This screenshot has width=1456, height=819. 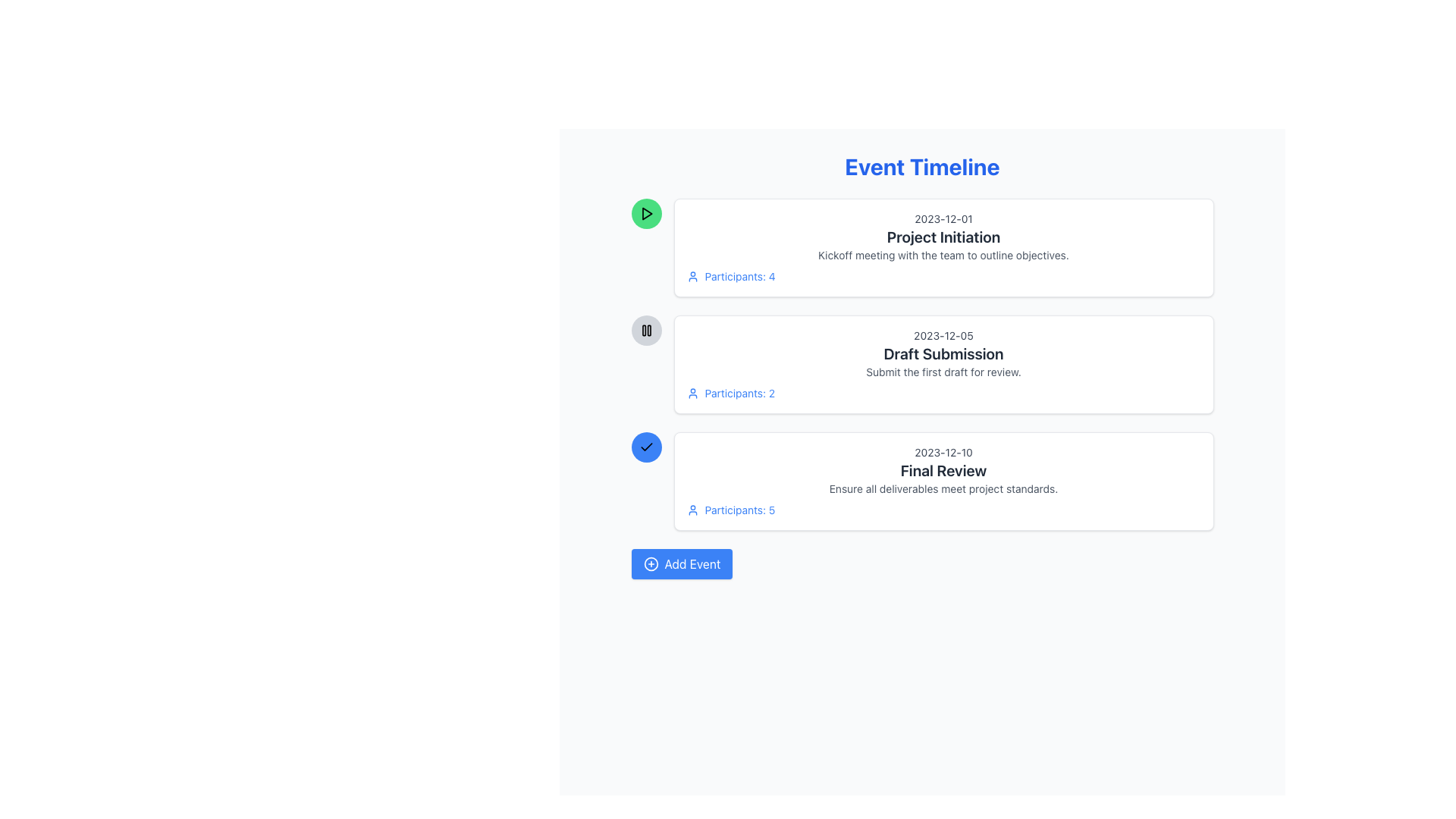 What do you see at coordinates (651, 564) in the screenshot?
I see `the Decorative Icon, a small circular icon with a blue outline and a plus sign in the center, located to the left of the 'Add Event' button text at the bottom of the interface` at bounding box center [651, 564].